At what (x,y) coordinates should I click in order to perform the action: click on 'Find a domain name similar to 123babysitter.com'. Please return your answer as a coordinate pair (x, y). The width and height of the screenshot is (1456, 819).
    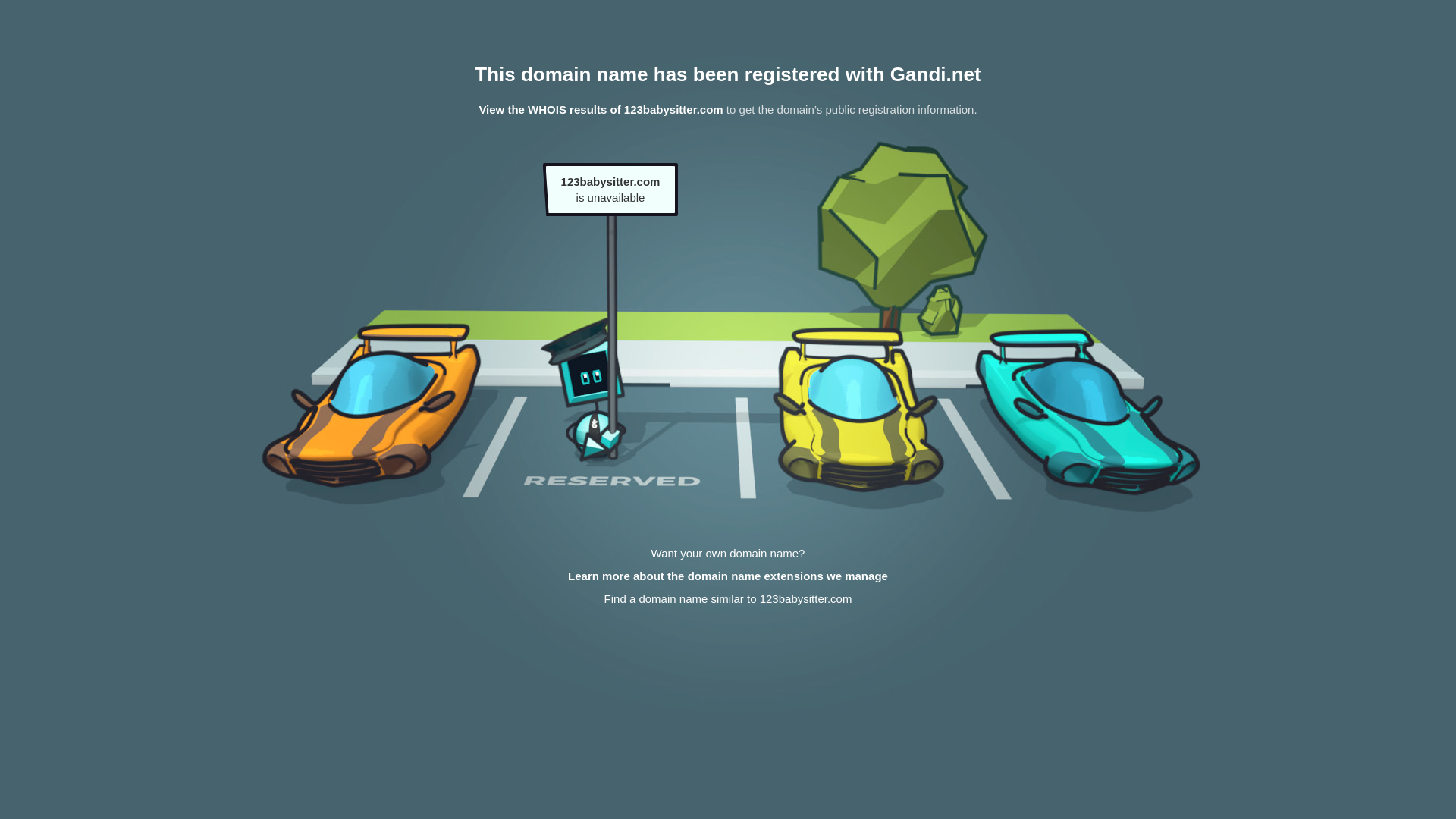
    Looking at the image, I should click on (728, 598).